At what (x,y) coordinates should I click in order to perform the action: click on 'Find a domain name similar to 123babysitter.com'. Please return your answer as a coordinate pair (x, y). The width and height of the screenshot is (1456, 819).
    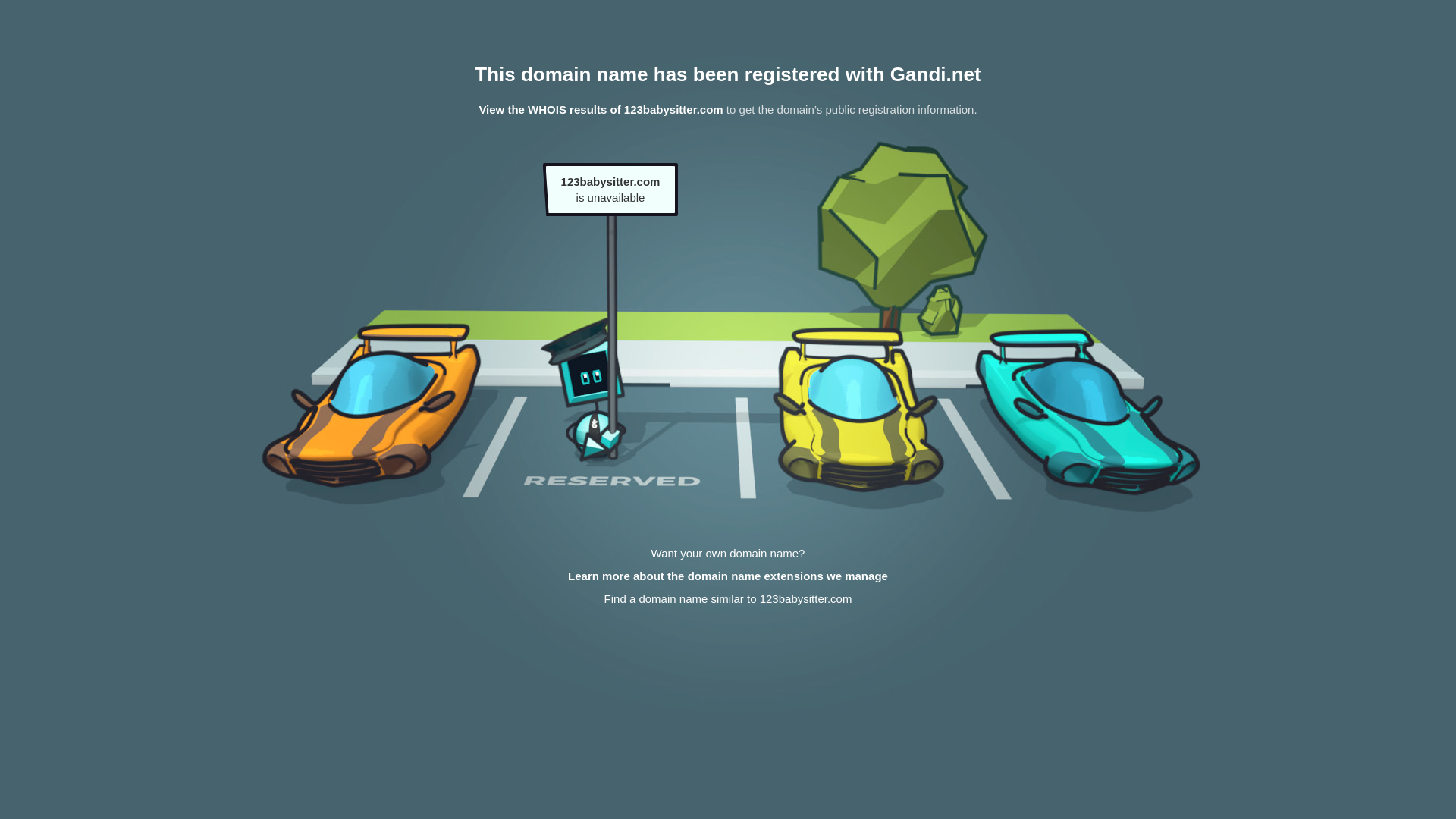
    Looking at the image, I should click on (728, 598).